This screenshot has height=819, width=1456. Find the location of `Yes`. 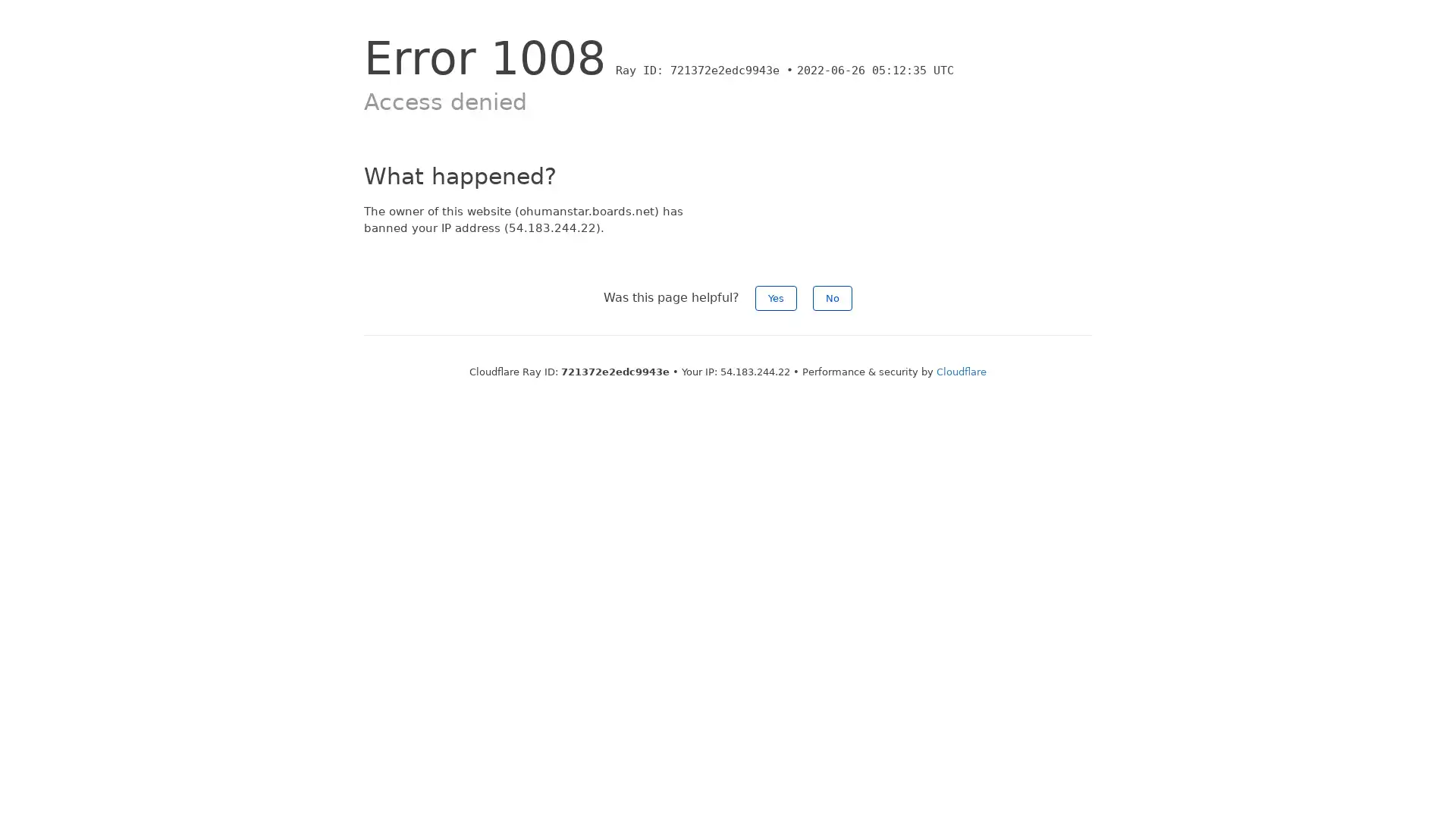

Yes is located at coordinates (776, 297).